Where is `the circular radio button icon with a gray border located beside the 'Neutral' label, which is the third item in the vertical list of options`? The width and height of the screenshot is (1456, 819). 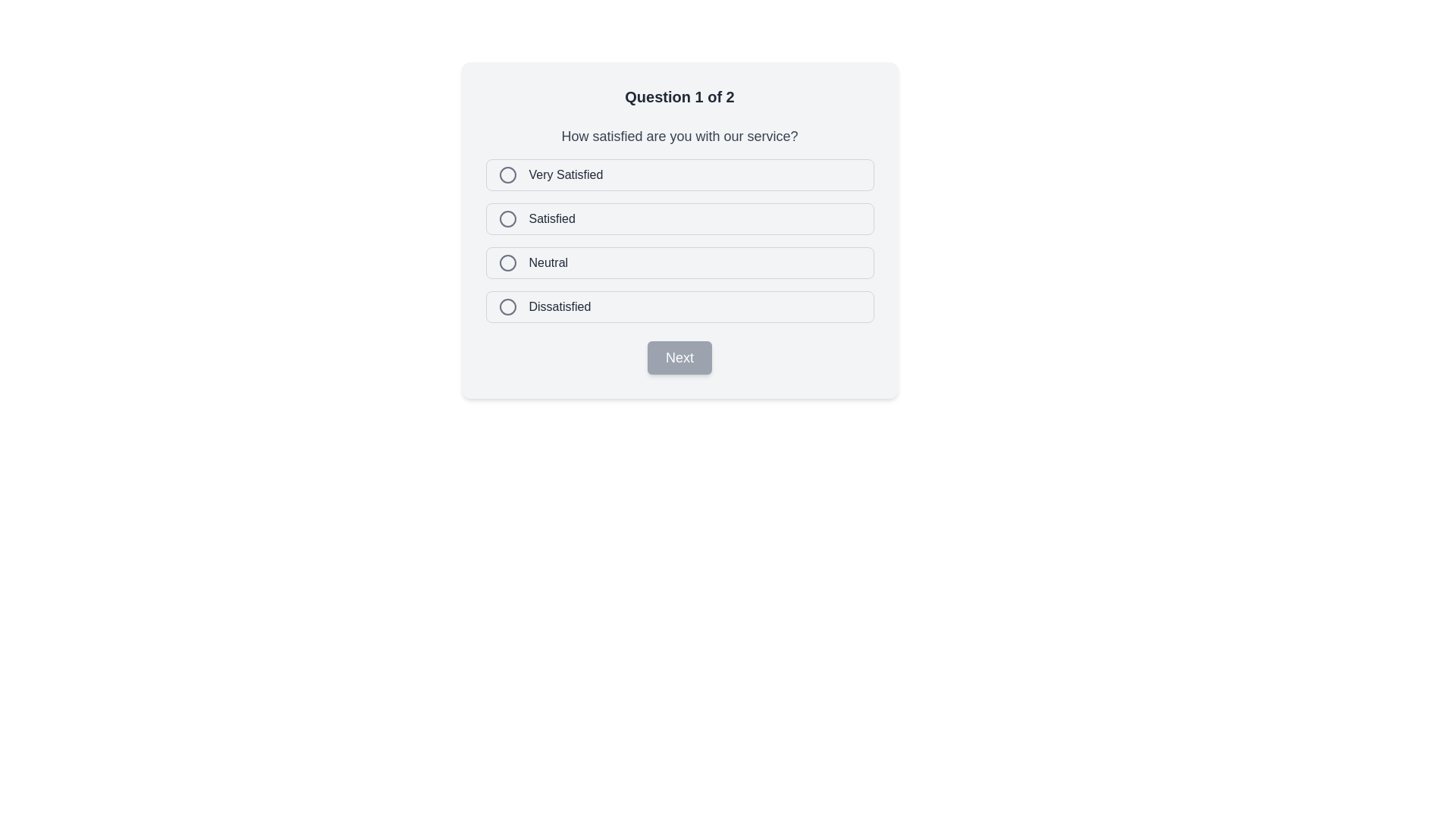
the circular radio button icon with a gray border located beside the 'Neutral' label, which is the third item in the vertical list of options is located at coordinates (507, 262).